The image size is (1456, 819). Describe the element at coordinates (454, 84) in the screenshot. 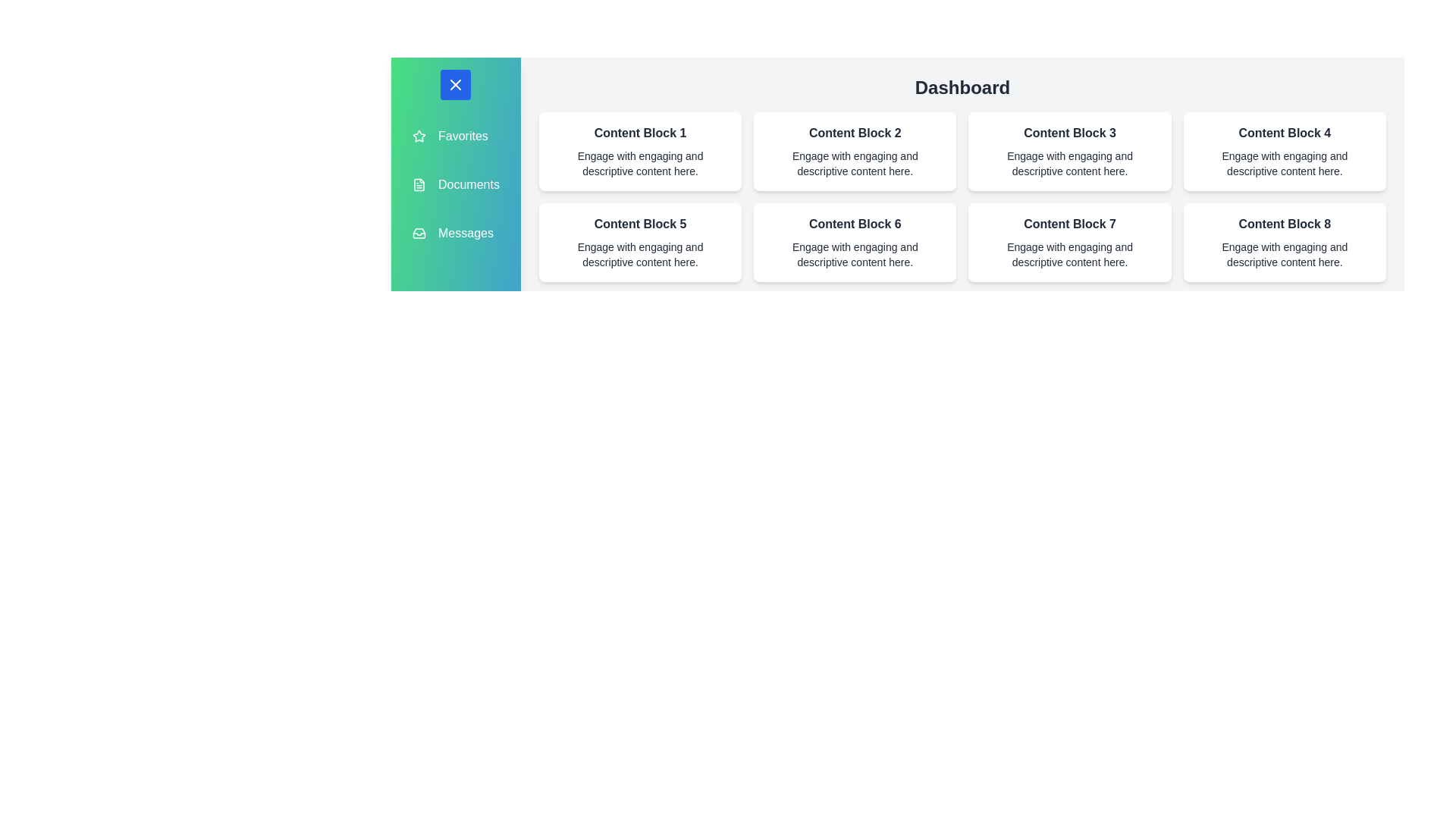

I see `toggle button to change the drawer's state` at that location.